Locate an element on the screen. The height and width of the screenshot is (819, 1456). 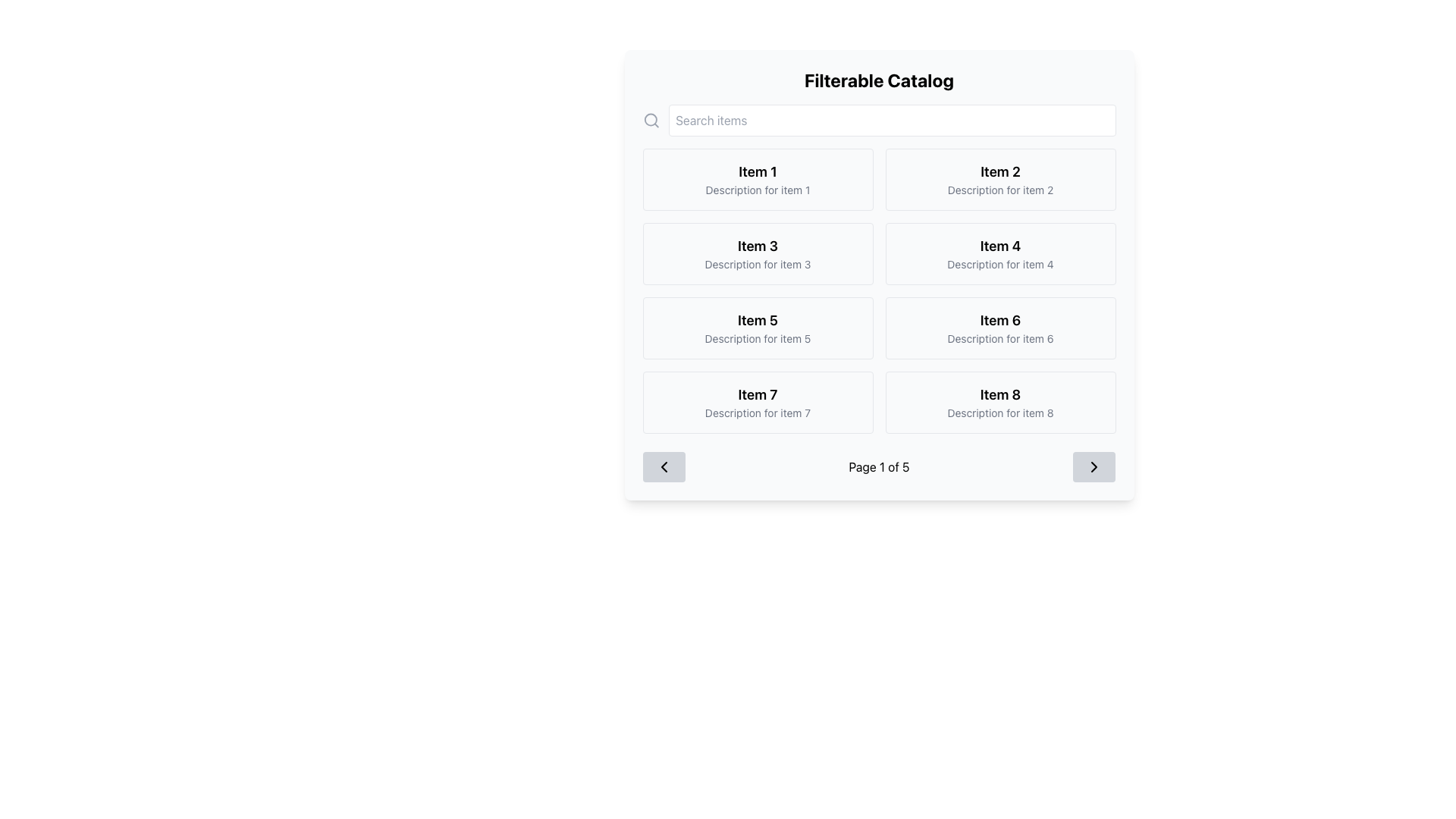
the card displaying an item in the catalog located in the second row and first column of the grid layout is located at coordinates (758, 253).